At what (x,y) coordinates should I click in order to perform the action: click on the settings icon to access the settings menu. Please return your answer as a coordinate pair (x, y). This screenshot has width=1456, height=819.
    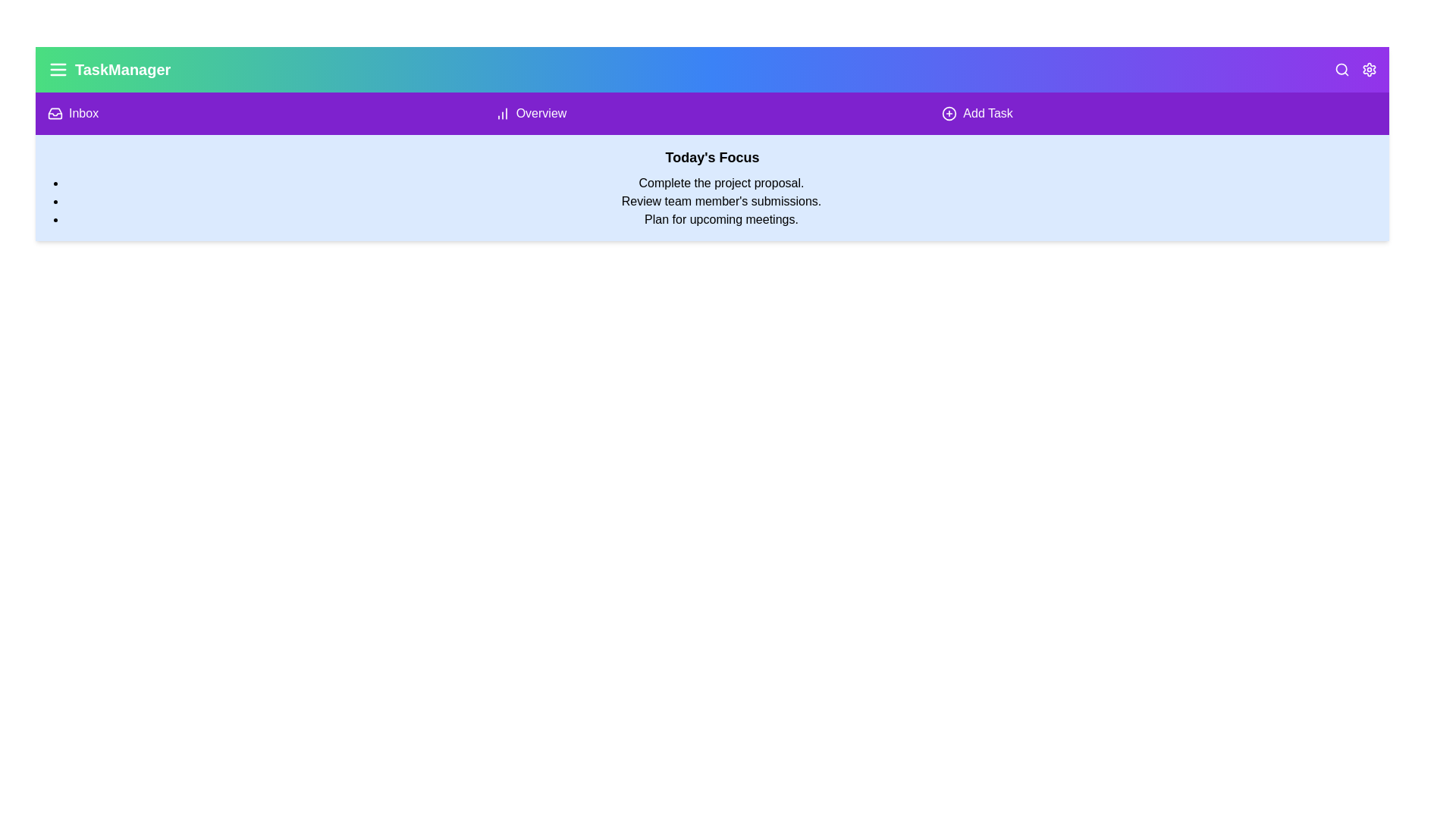
    Looking at the image, I should click on (1369, 70).